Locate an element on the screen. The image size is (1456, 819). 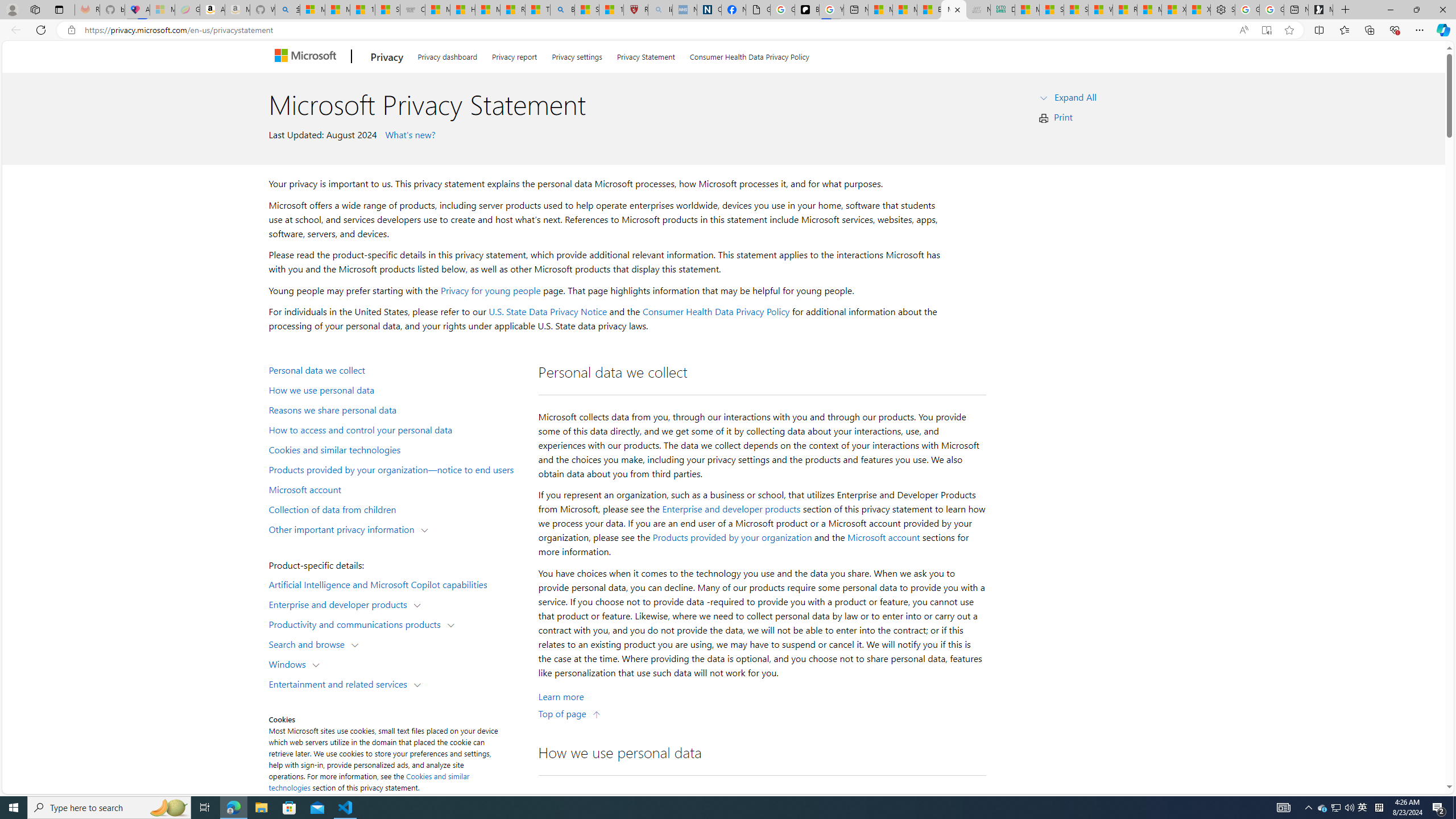
'Learn More about Personal data we collect' is located at coordinates (561, 697).